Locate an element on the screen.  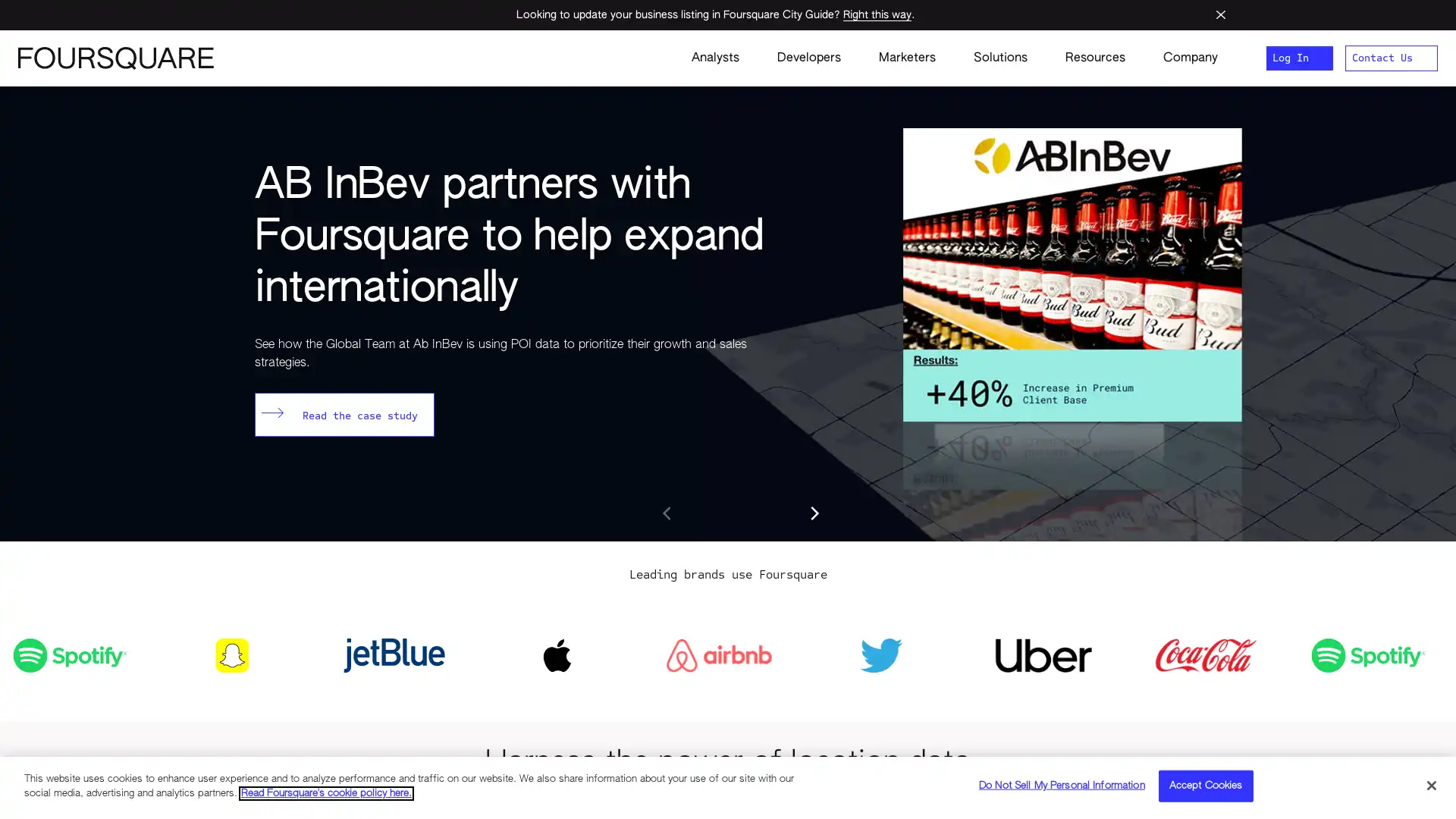
Developers is located at coordinates (808, 58).